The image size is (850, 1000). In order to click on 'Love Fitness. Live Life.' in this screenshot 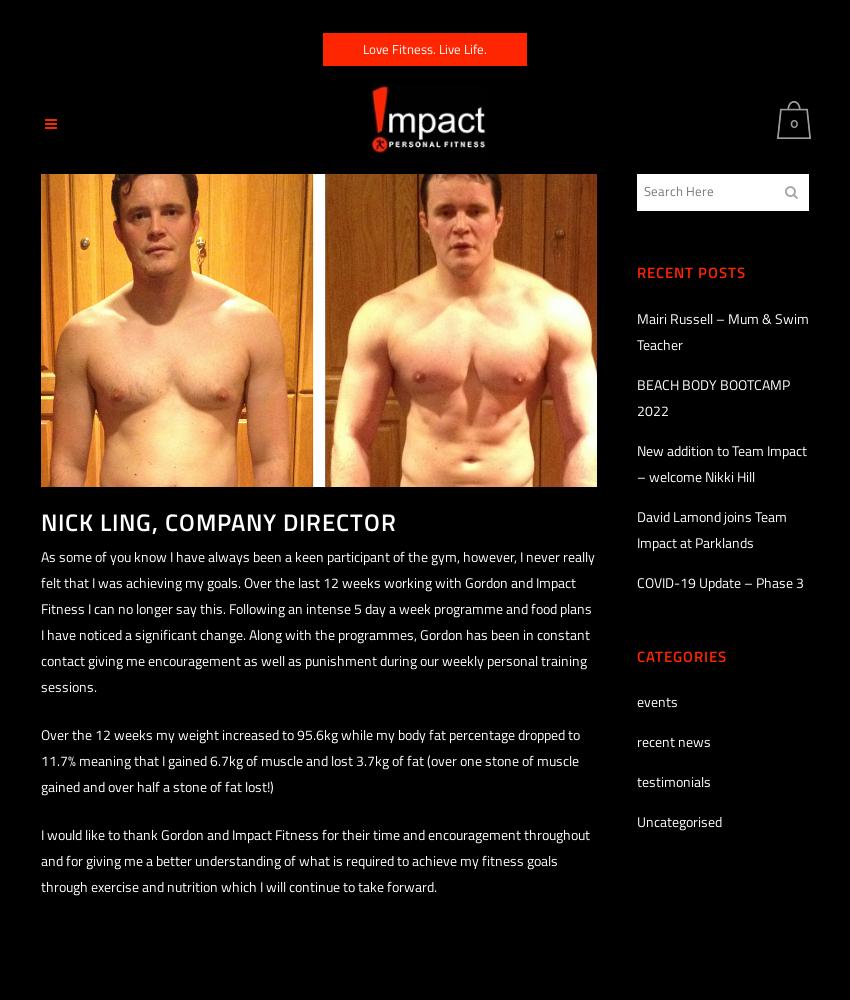, I will do `click(362, 49)`.